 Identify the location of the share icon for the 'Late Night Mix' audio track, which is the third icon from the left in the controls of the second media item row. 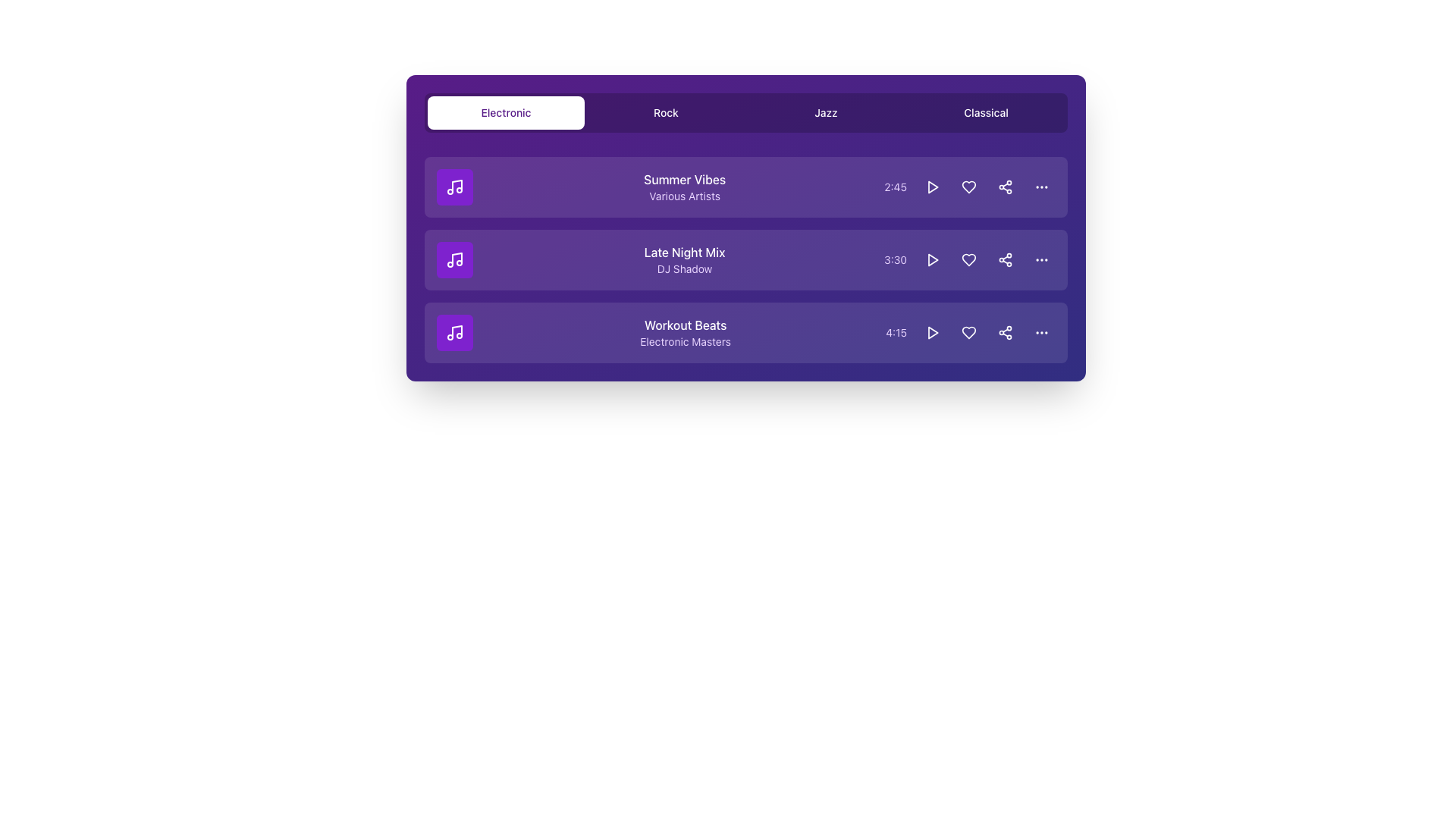
(1005, 259).